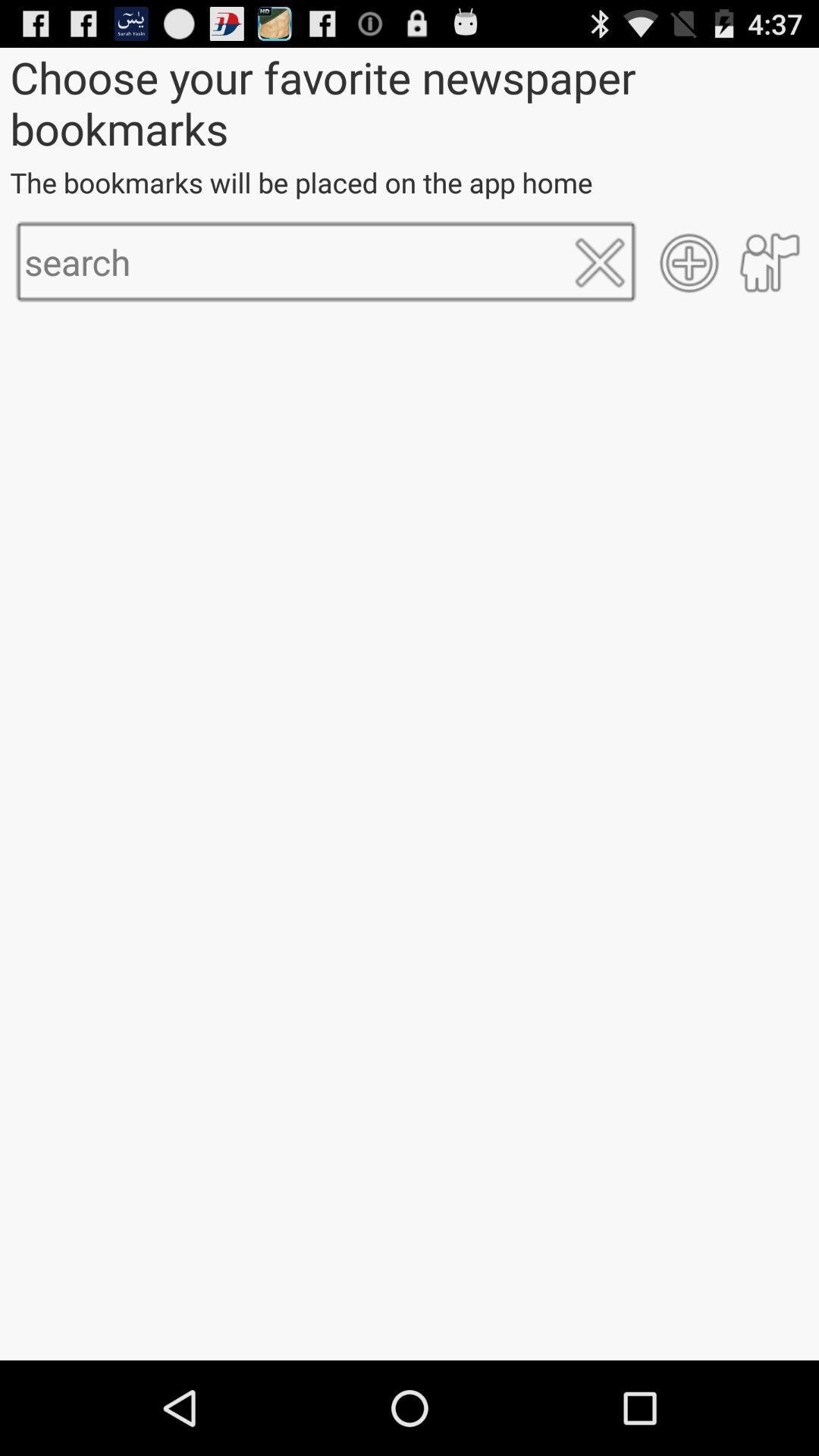 This screenshot has width=819, height=1456. Describe the element at coordinates (769, 262) in the screenshot. I see `item below the the bookmarks will` at that location.